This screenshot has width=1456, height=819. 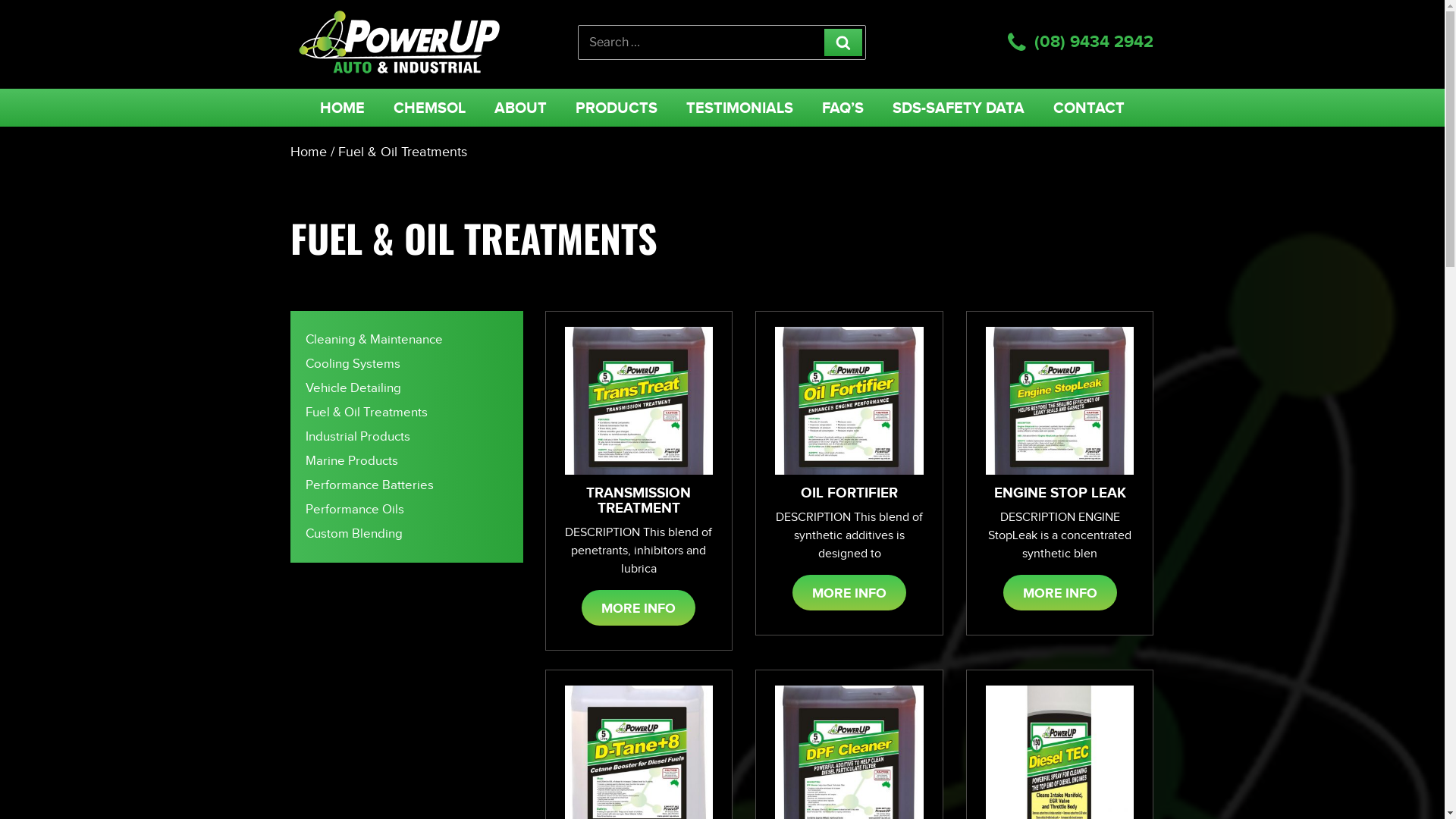 What do you see at coordinates (1094, 42) in the screenshot?
I see `'(08) 9434 2942'` at bounding box center [1094, 42].